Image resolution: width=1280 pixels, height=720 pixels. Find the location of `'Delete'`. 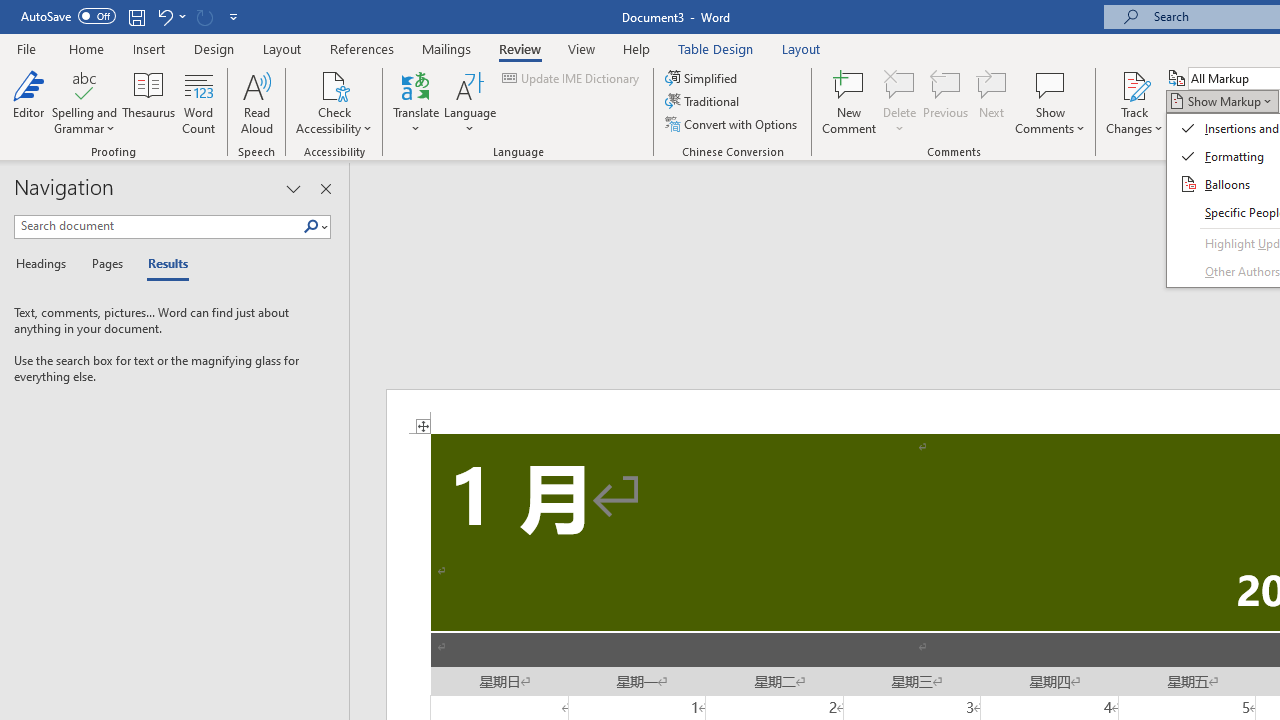

'Delete' is located at coordinates (899, 84).